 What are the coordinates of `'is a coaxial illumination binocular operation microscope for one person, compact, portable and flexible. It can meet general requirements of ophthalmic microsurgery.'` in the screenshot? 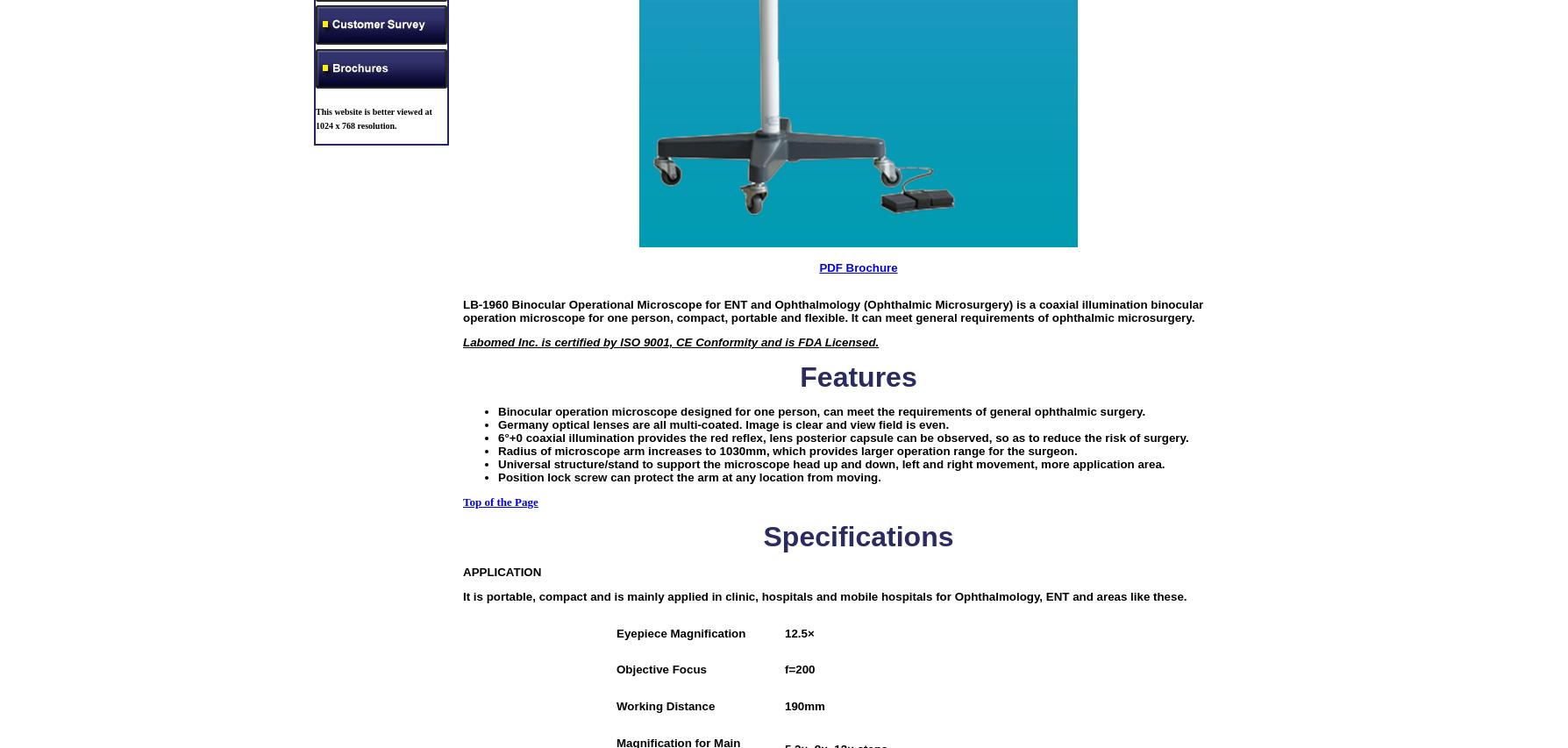 It's located at (462, 310).